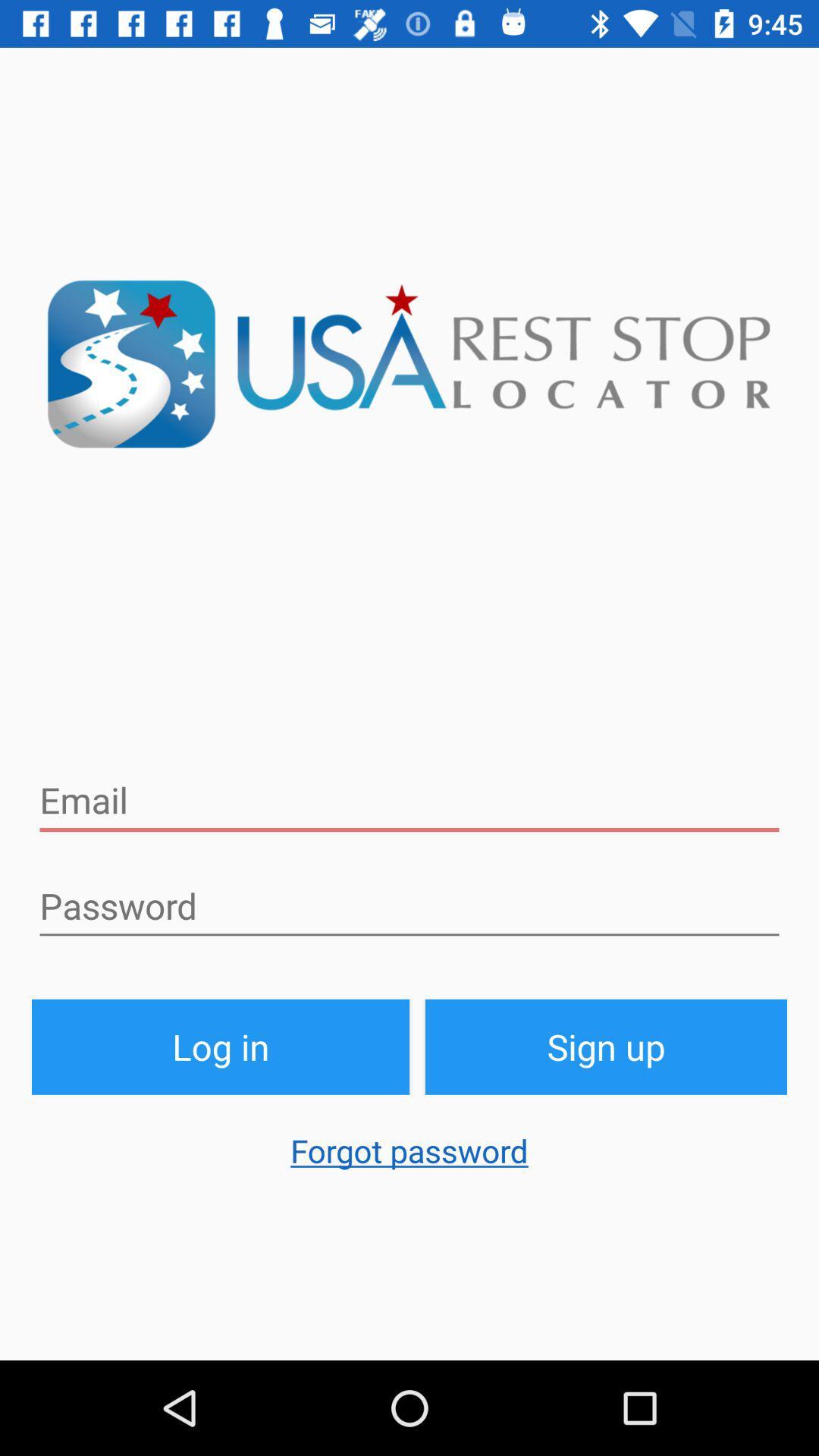 This screenshot has width=819, height=1456. Describe the element at coordinates (409, 800) in the screenshot. I see `email address` at that location.